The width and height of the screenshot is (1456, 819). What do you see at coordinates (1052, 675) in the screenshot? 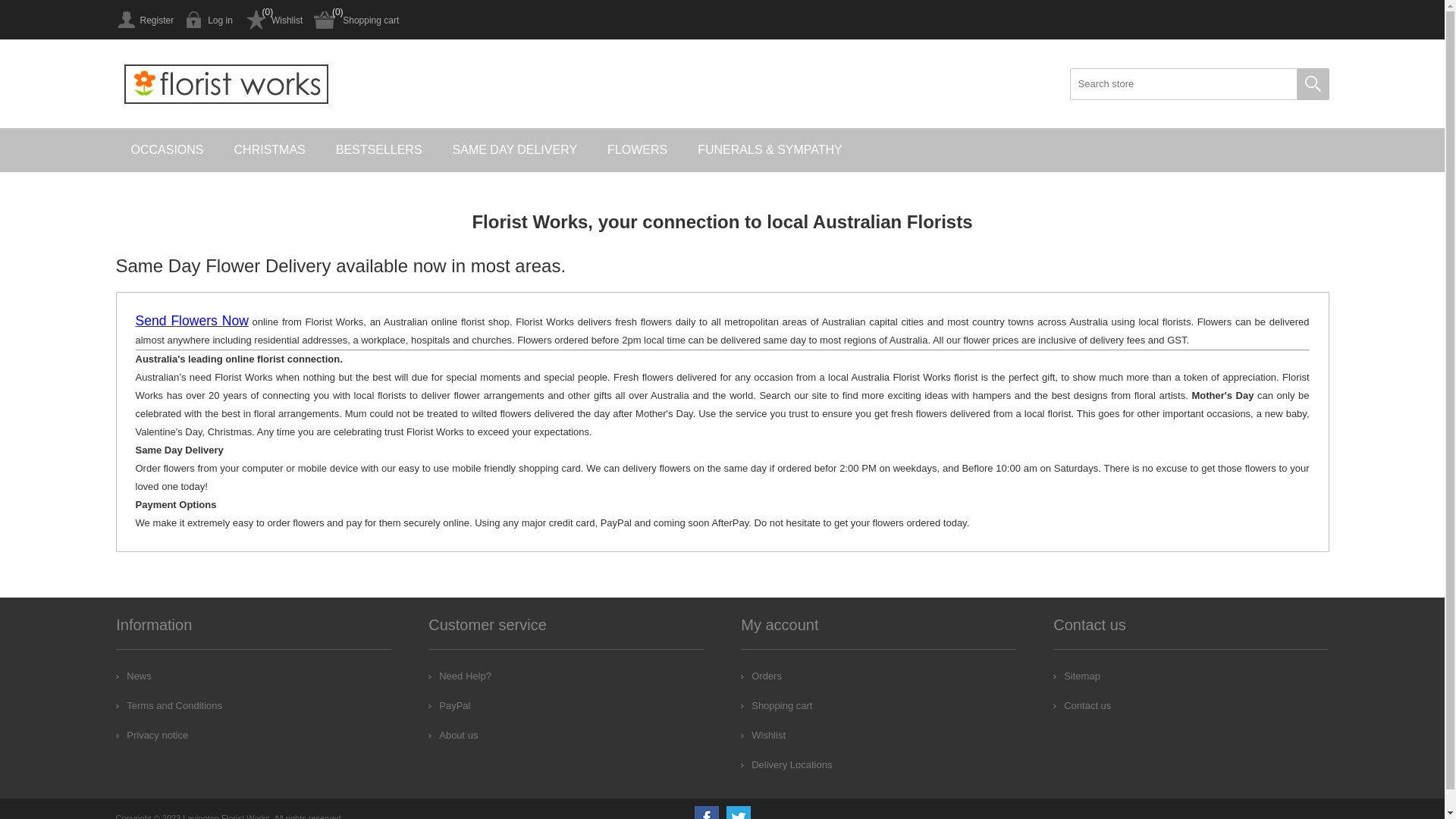
I see `'Sitemap'` at bounding box center [1052, 675].